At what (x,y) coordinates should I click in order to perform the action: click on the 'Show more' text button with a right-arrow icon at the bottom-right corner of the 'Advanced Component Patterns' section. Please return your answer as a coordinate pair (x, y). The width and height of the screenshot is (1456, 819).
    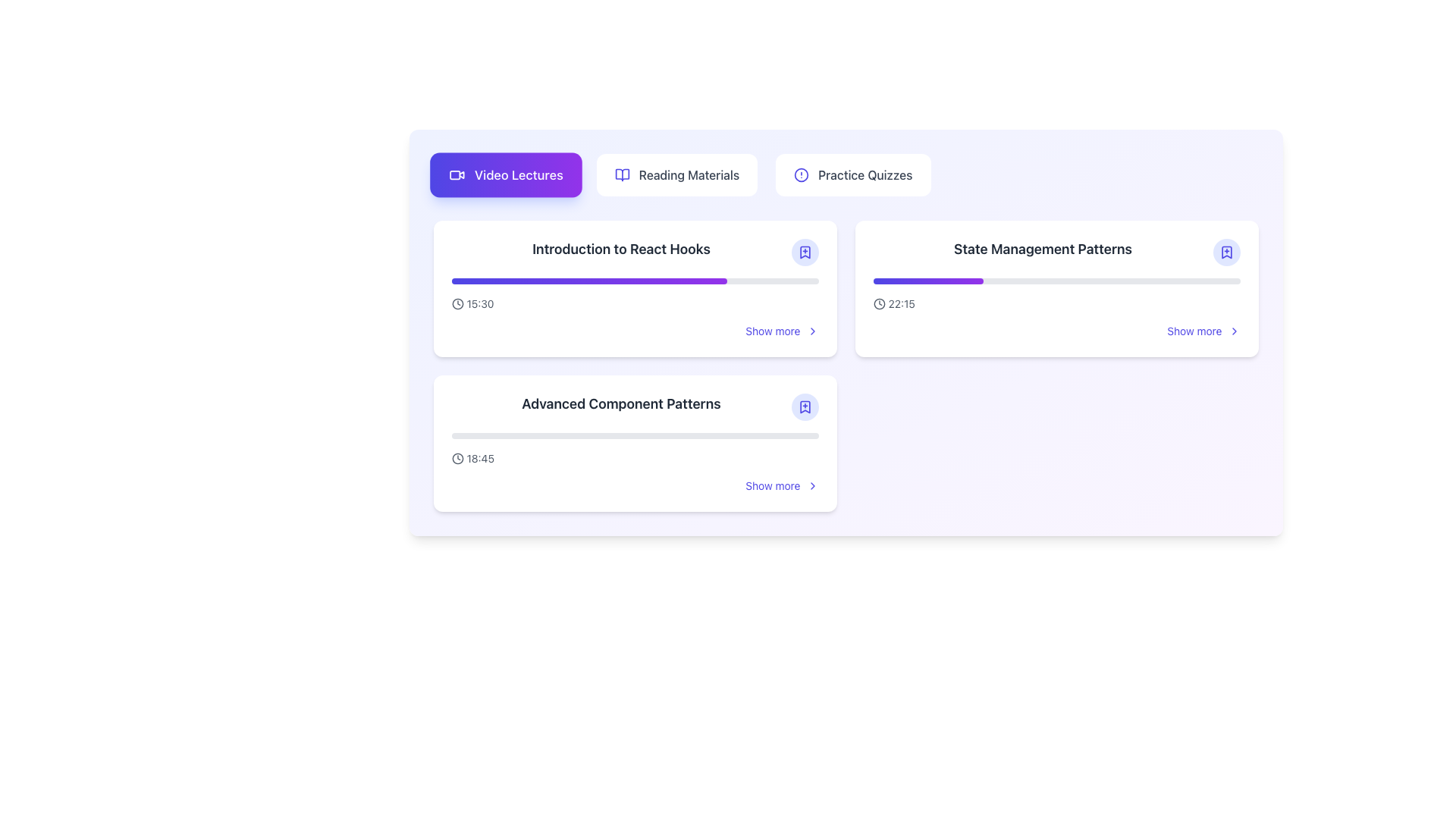
    Looking at the image, I should click on (782, 485).